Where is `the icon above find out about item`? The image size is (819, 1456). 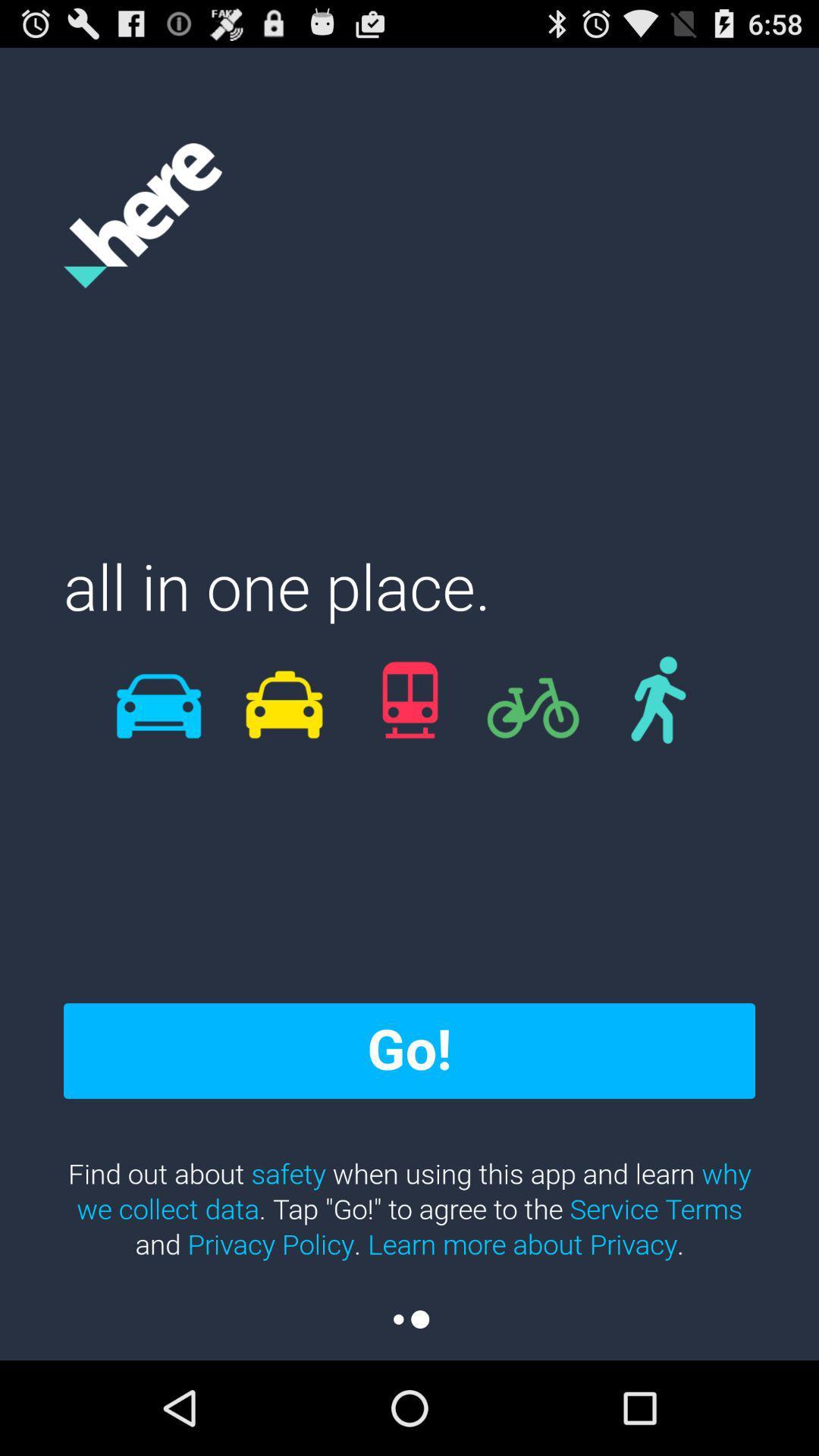
the icon above find out about item is located at coordinates (409, 1050).